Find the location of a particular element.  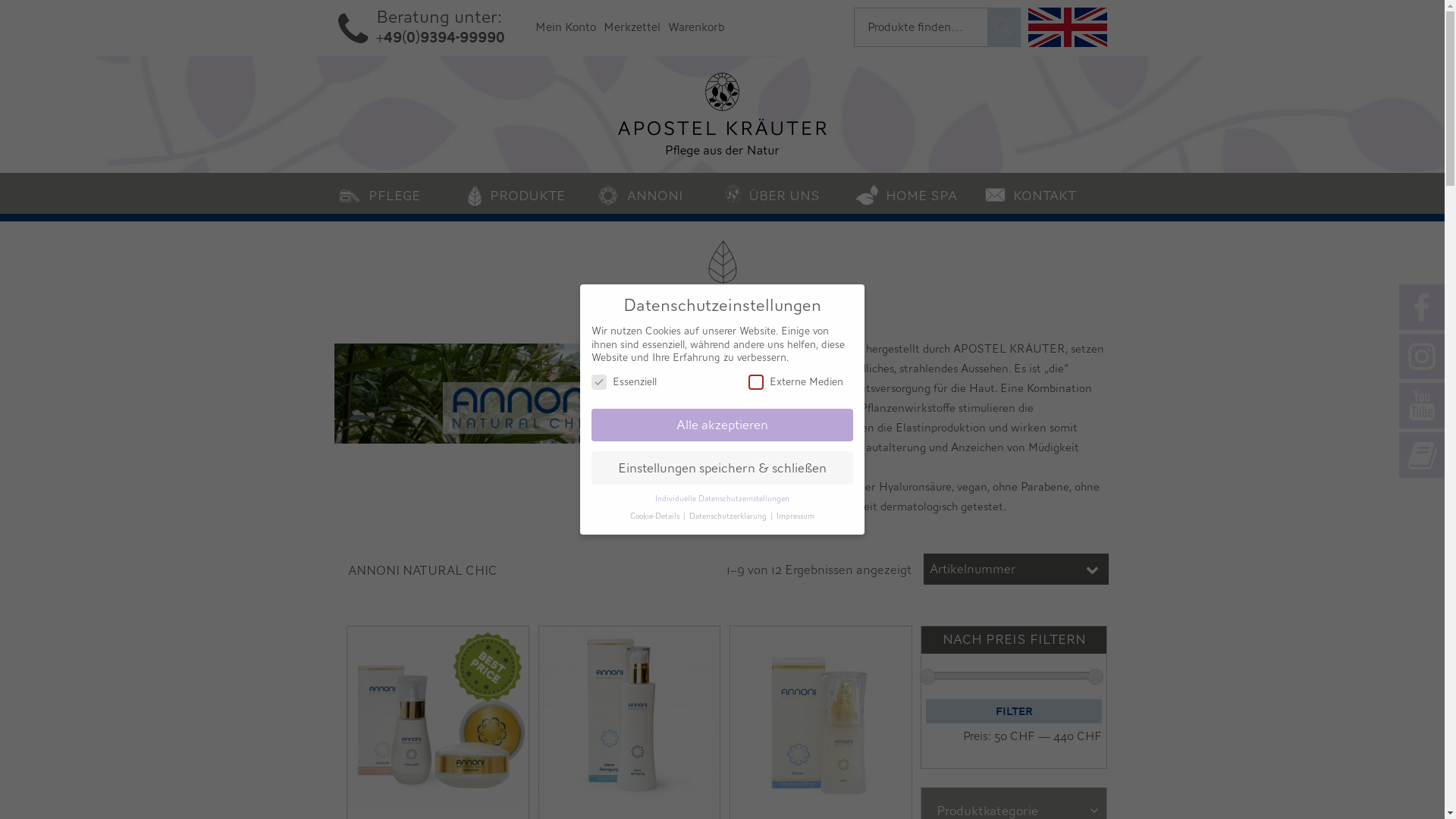

'ANNONI' is located at coordinates (657, 192).